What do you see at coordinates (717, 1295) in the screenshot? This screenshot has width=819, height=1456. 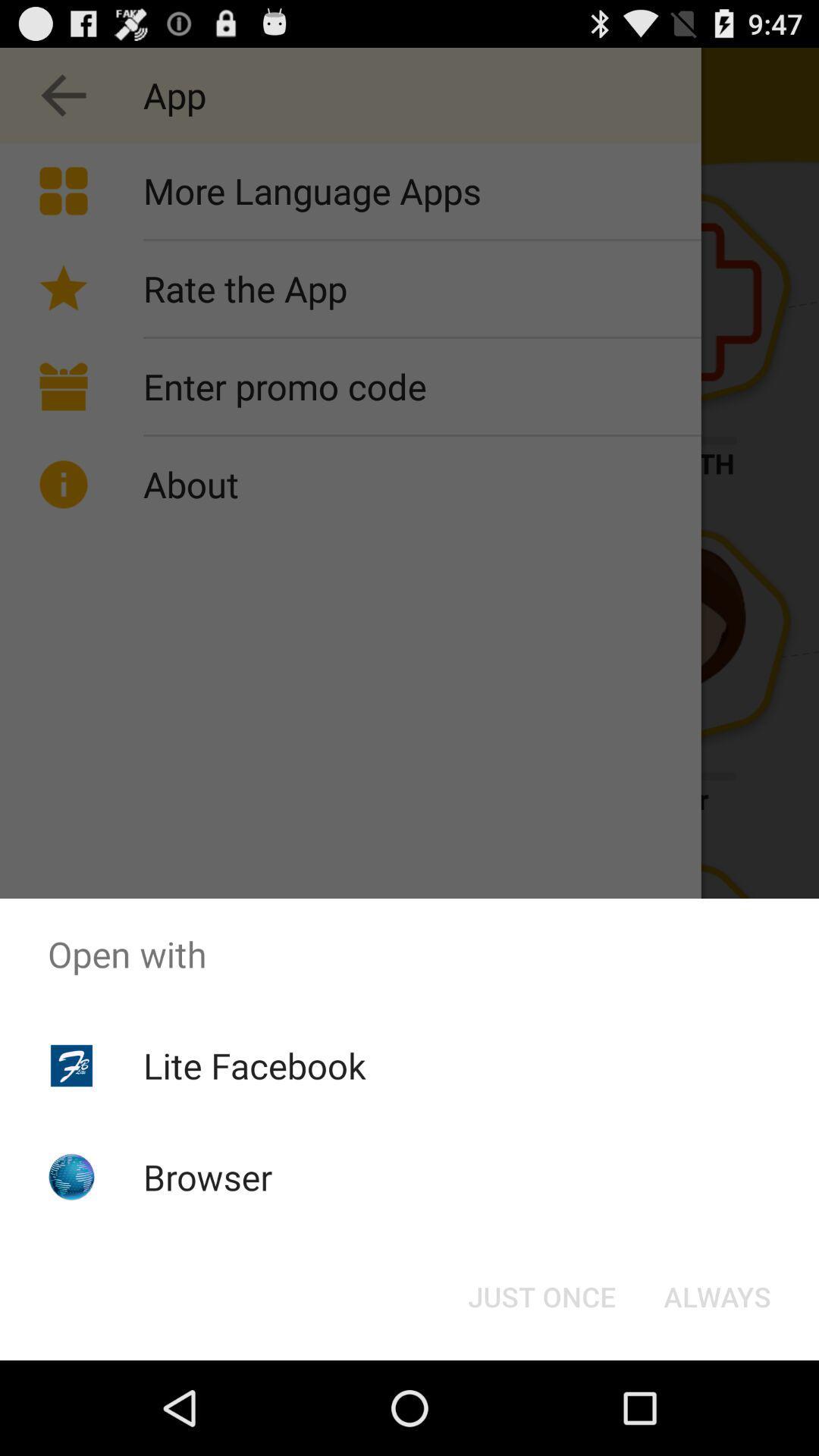 I see `the button at the bottom right corner` at bounding box center [717, 1295].